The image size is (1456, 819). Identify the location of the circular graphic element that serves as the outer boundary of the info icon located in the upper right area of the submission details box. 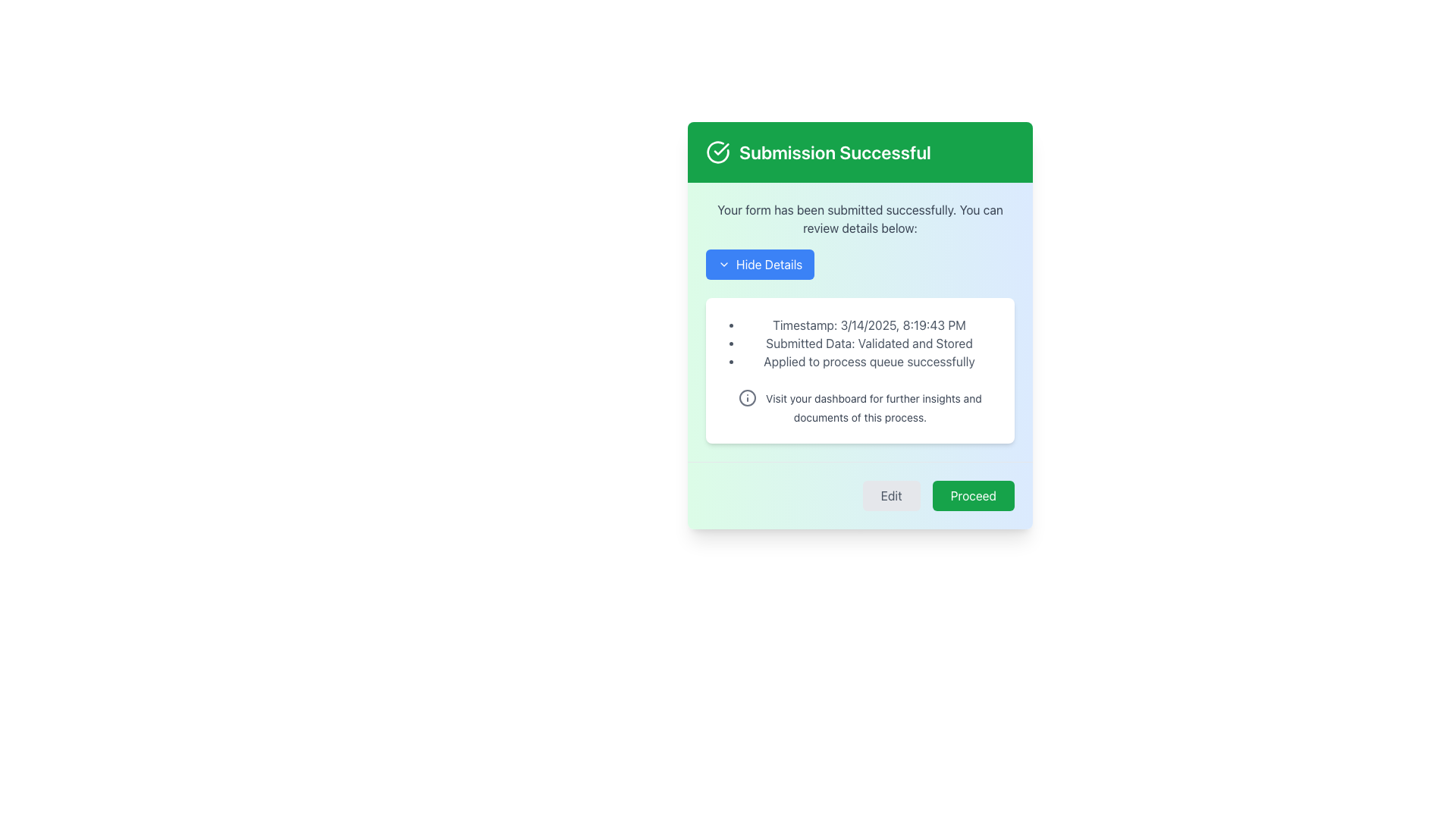
(748, 397).